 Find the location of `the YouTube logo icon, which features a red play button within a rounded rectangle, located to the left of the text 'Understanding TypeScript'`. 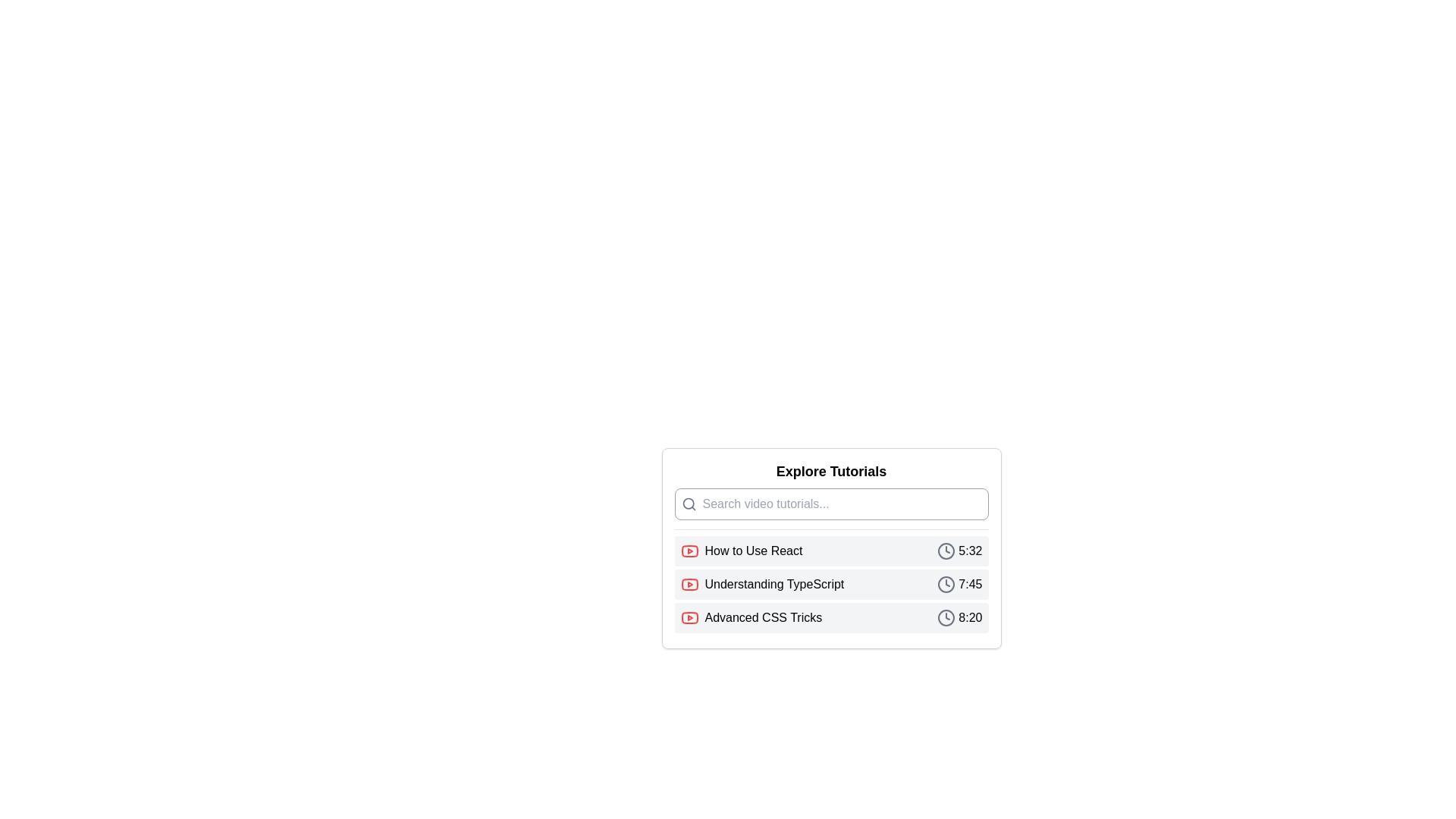

the YouTube logo icon, which features a red play button within a rounded rectangle, located to the left of the text 'Understanding TypeScript' is located at coordinates (689, 584).